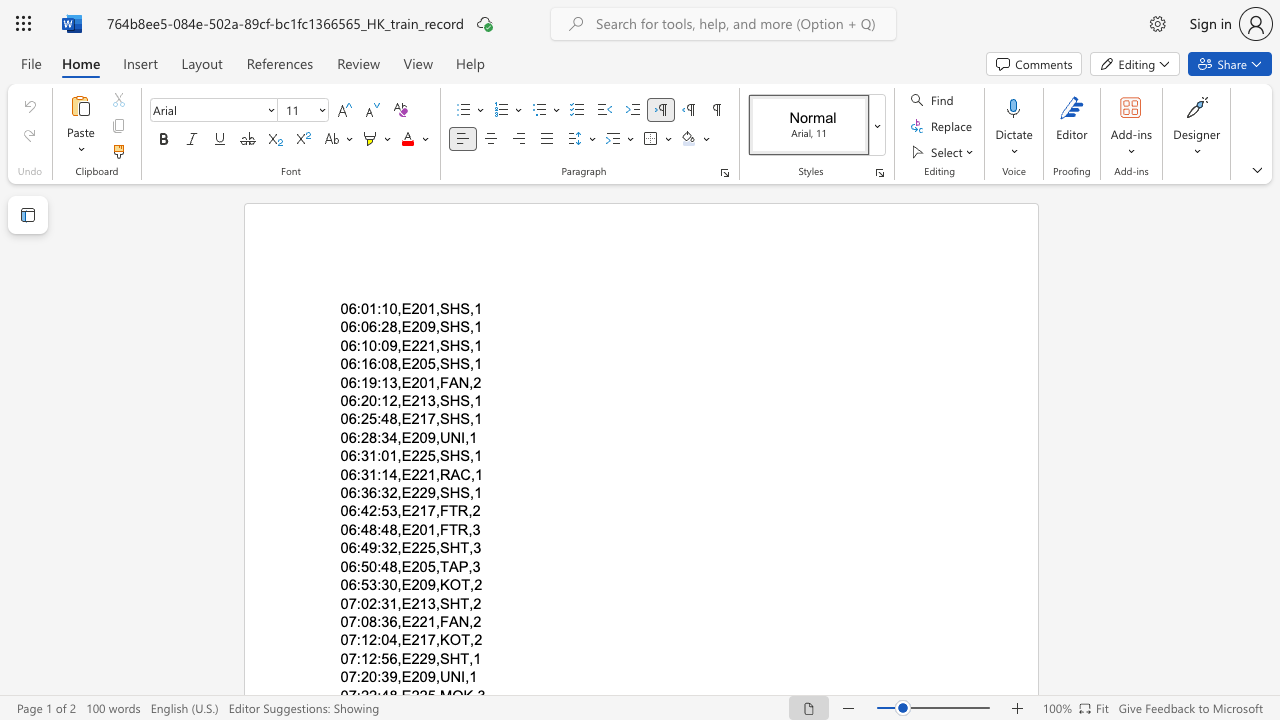 The height and width of the screenshot is (720, 1280). Describe the element at coordinates (369, 474) in the screenshot. I see `the space between the continuous character "3" and "1" in the text` at that location.